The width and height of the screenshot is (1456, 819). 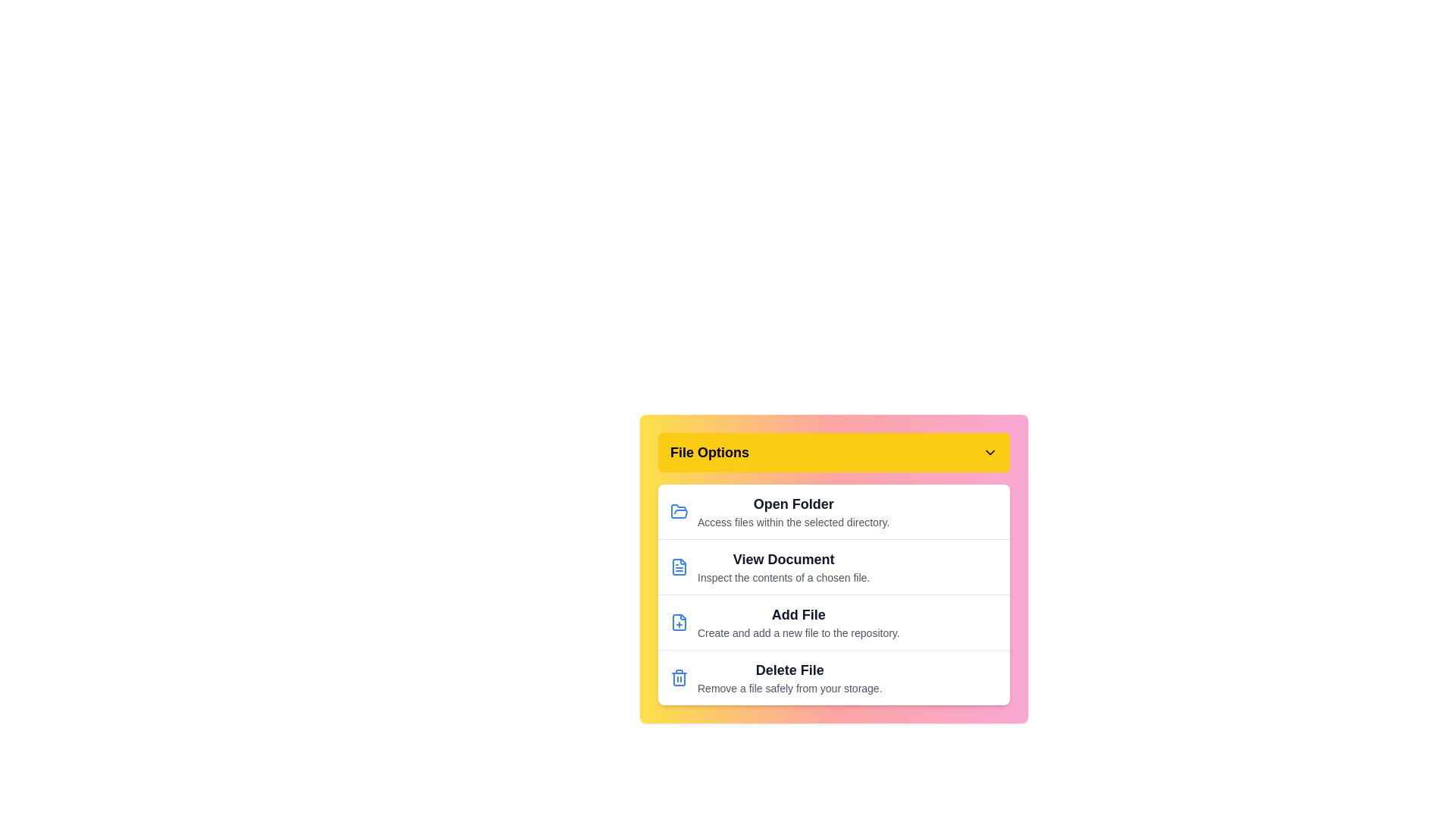 What do you see at coordinates (798, 632) in the screenshot?
I see `the explanatory text label that provides additional information about the 'Add File' action, positioned below the 'Add File' label in the 'File Options' section` at bounding box center [798, 632].